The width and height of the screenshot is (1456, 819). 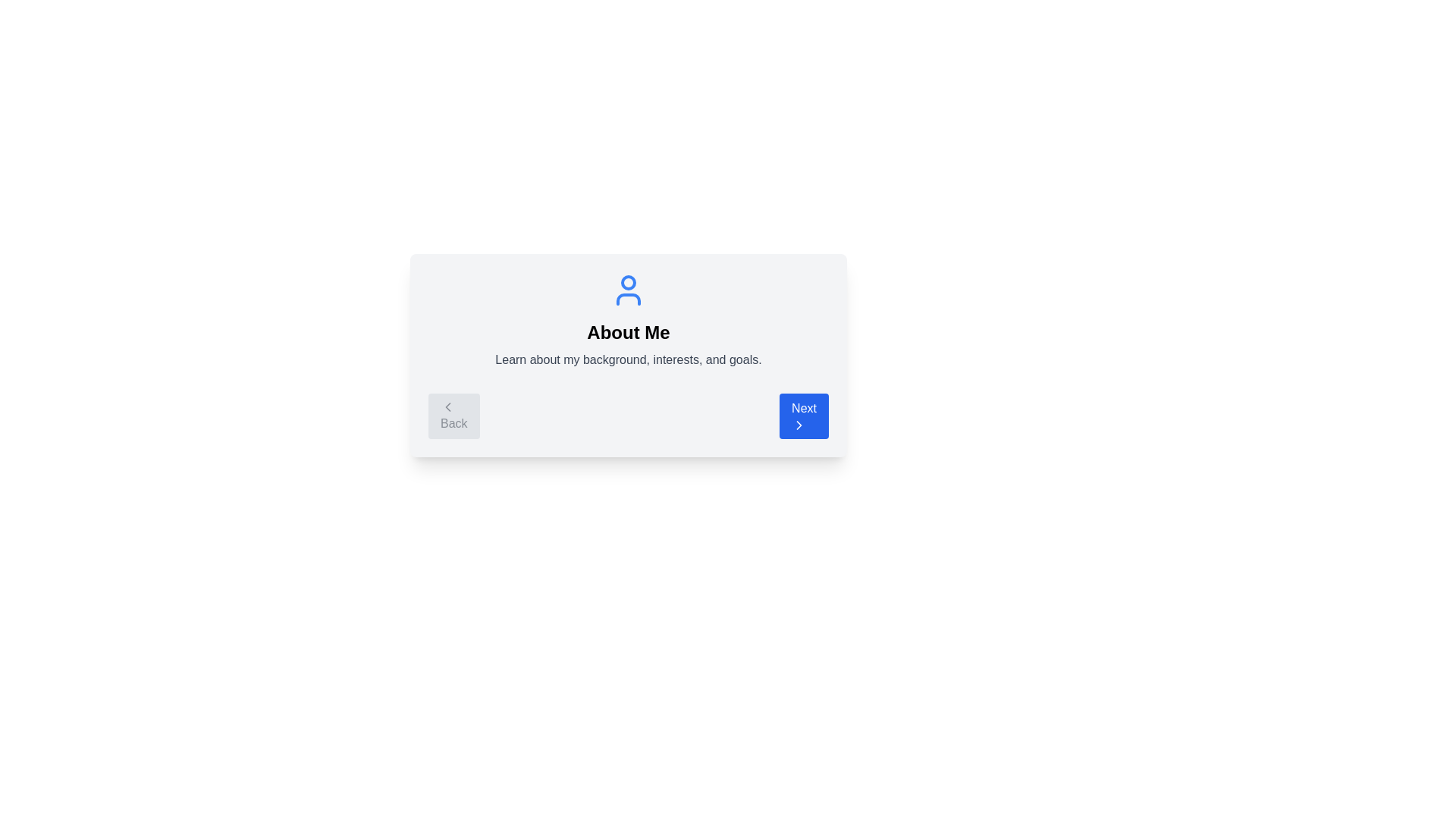 What do you see at coordinates (447, 406) in the screenshot?
I see `the chevron icon inside the 'Back' button located at the bottom-left corner of the visible card, which indicates a 'backward' action` at bounding box center [447, 406].